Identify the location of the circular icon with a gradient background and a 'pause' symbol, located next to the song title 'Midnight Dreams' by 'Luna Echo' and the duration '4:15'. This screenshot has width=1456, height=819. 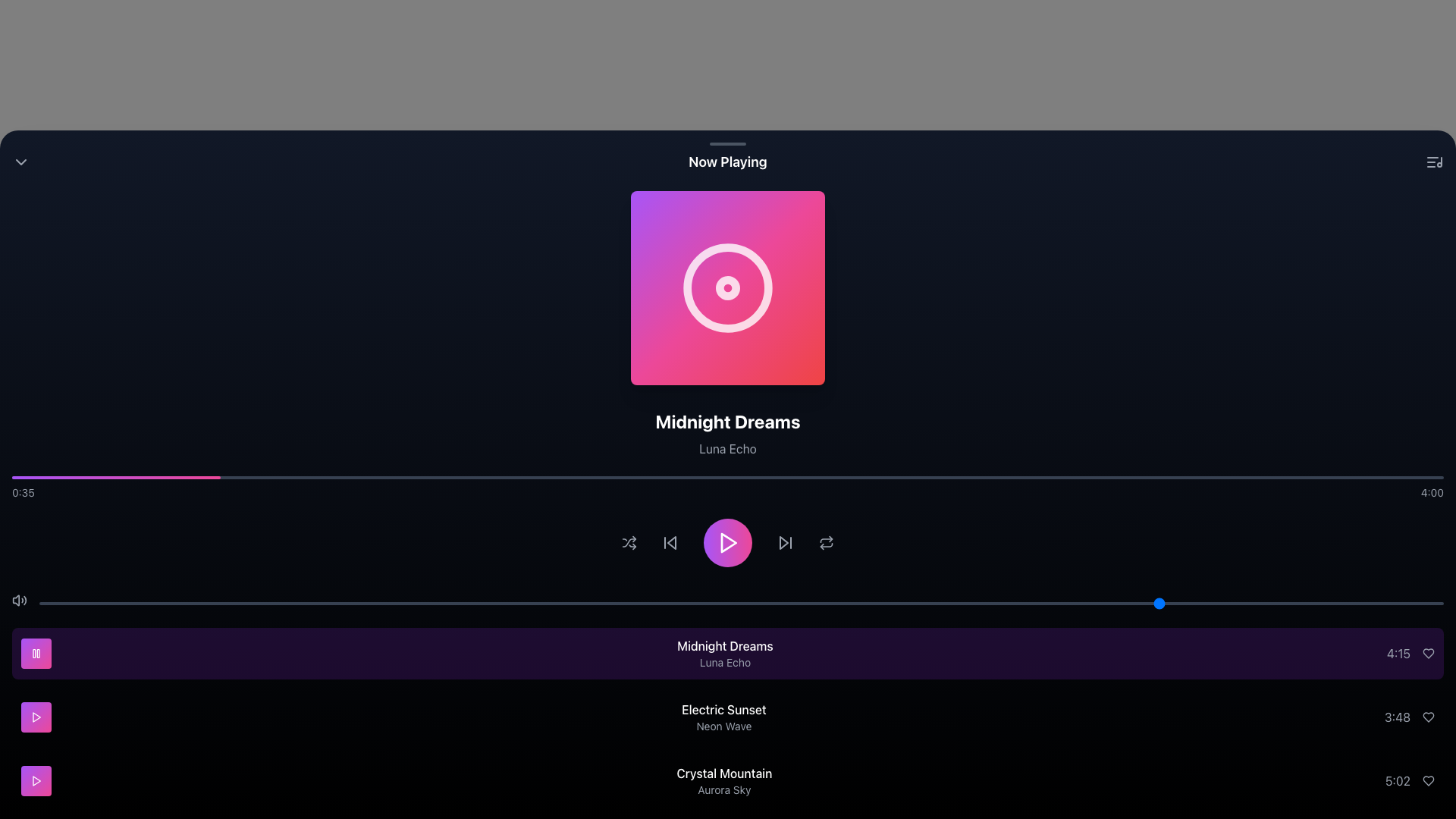
(36, 652).